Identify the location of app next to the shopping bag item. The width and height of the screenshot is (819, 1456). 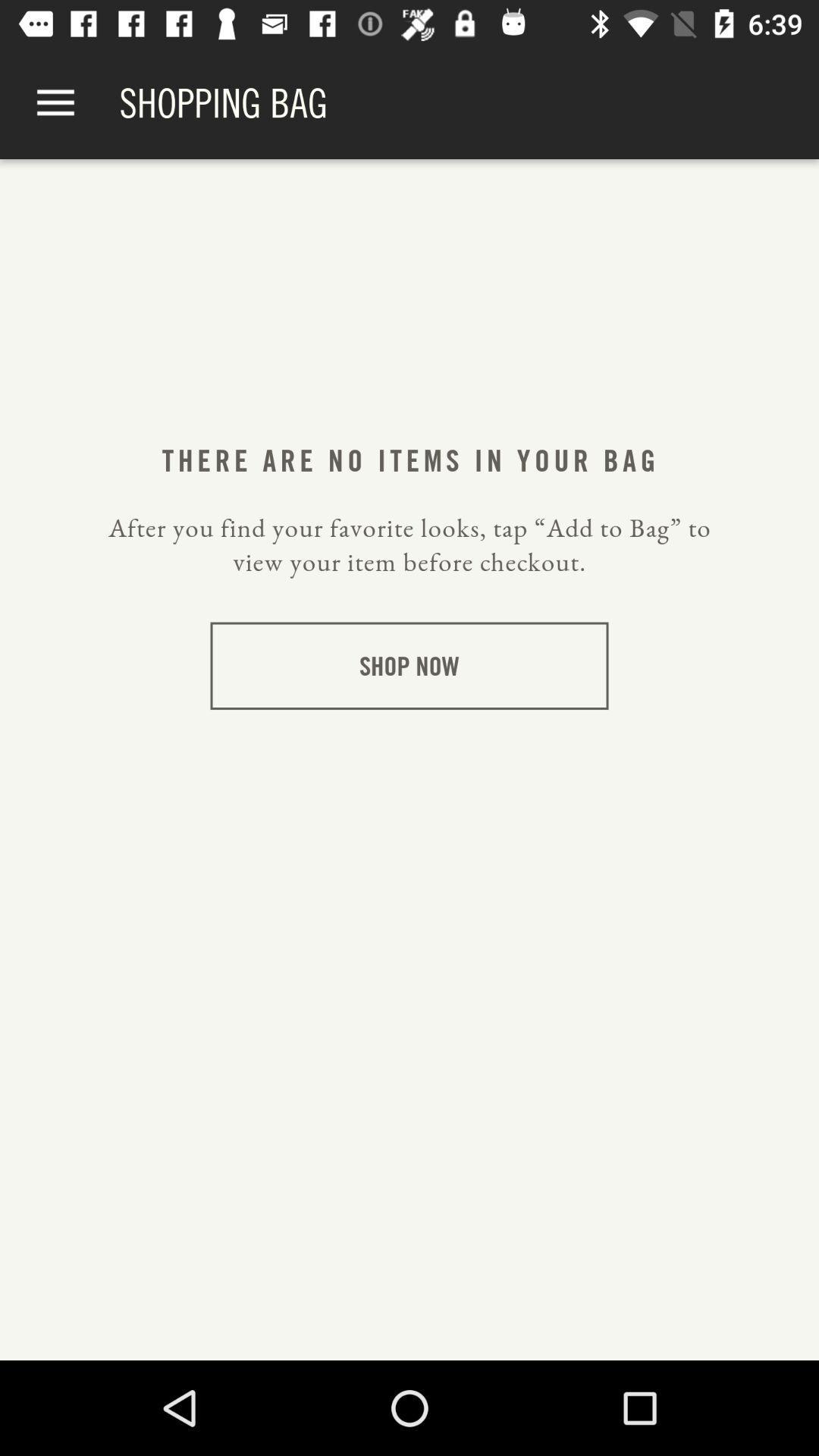
(55, 102).